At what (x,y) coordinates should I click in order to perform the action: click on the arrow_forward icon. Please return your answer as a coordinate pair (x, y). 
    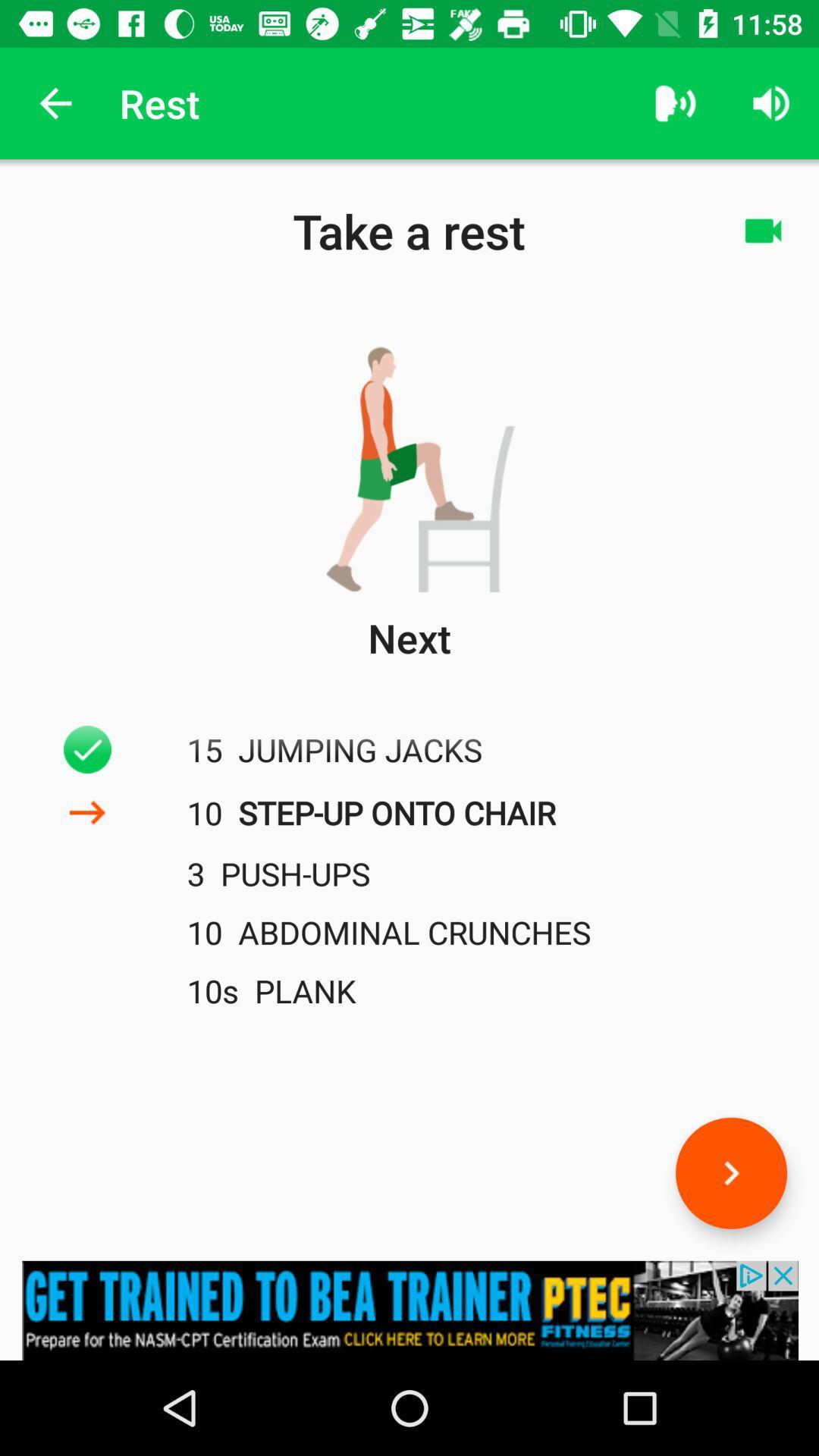
    Looking at the image, I should click on (730, 1172).